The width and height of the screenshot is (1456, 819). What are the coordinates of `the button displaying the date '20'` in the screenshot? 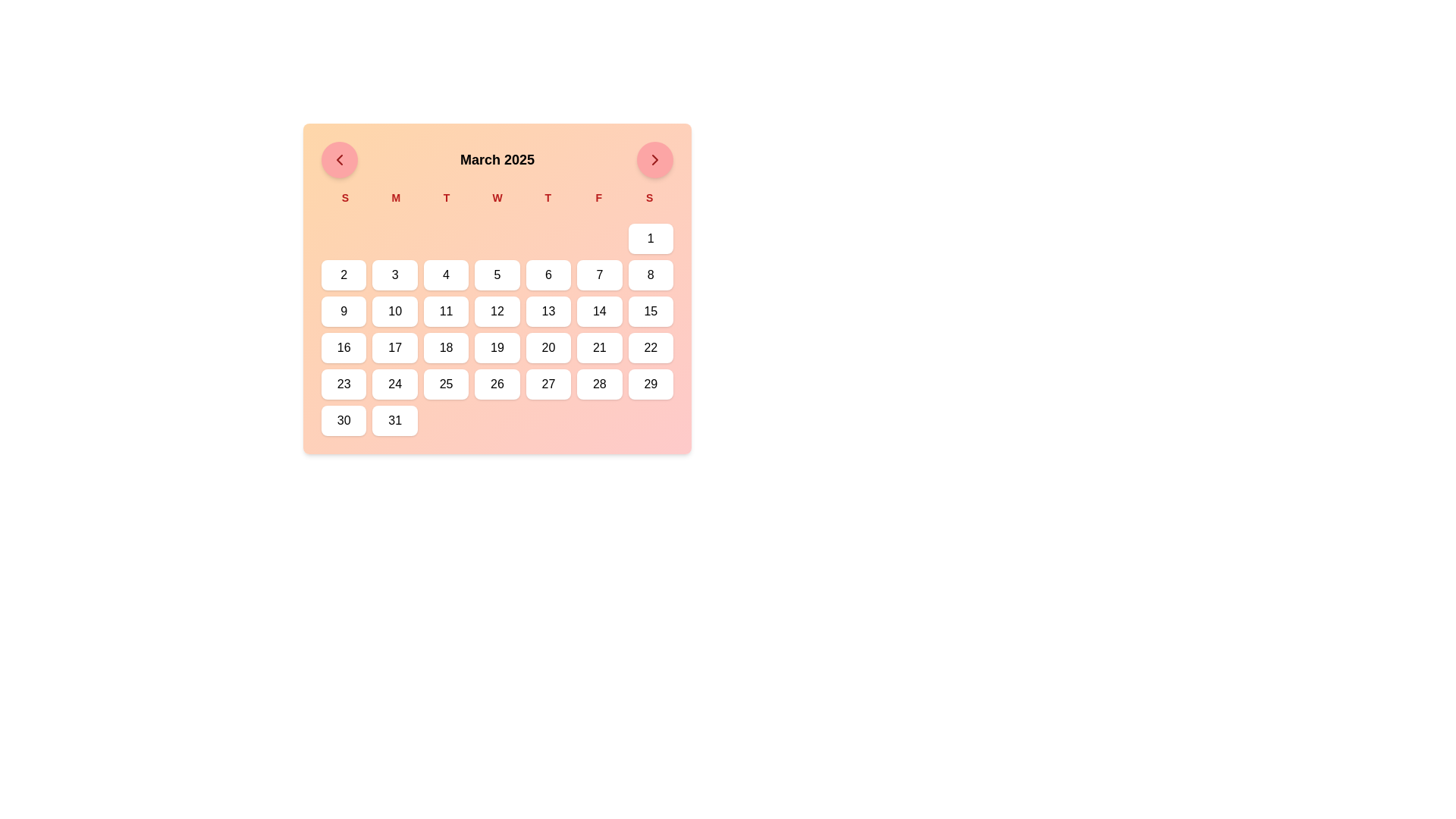 It's located at (548, 348).